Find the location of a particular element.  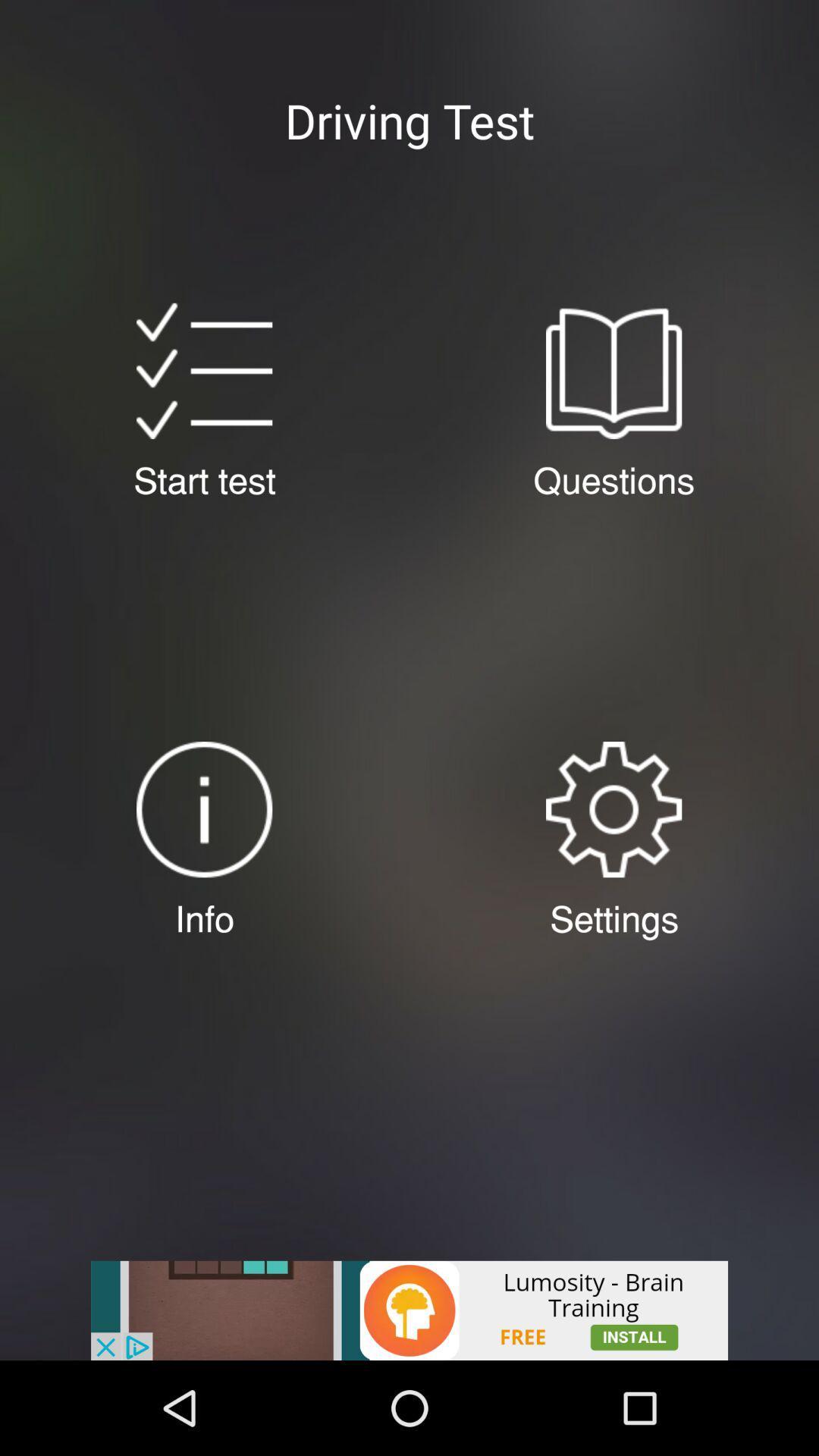

settings is located at coordinates (613, 808).